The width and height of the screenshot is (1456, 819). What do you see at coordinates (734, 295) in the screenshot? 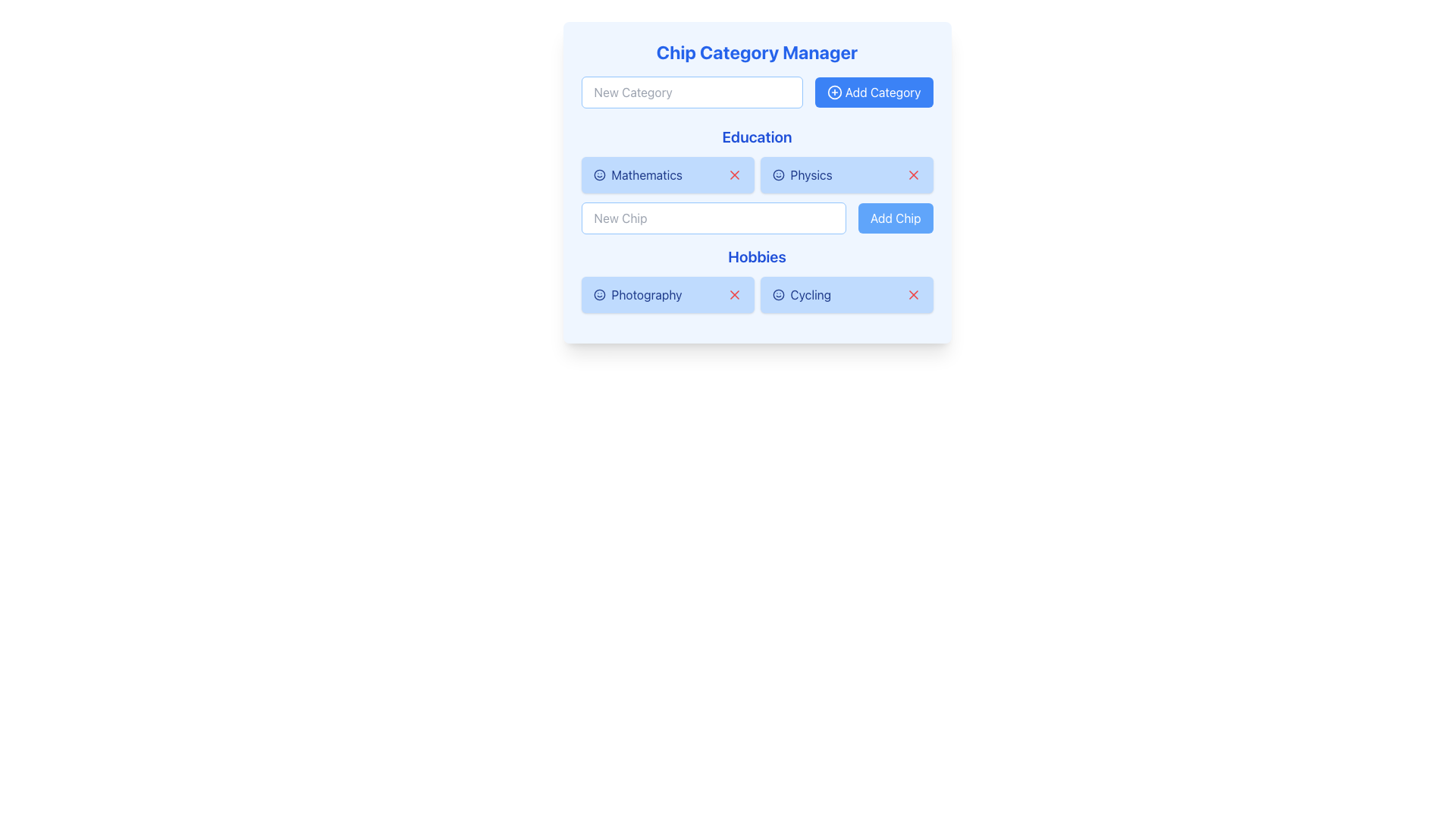
I see `the red 'X' icon located to the right of the 'Photography' label chip in the 'Hobbies' section` at bounding box center [734, 295].